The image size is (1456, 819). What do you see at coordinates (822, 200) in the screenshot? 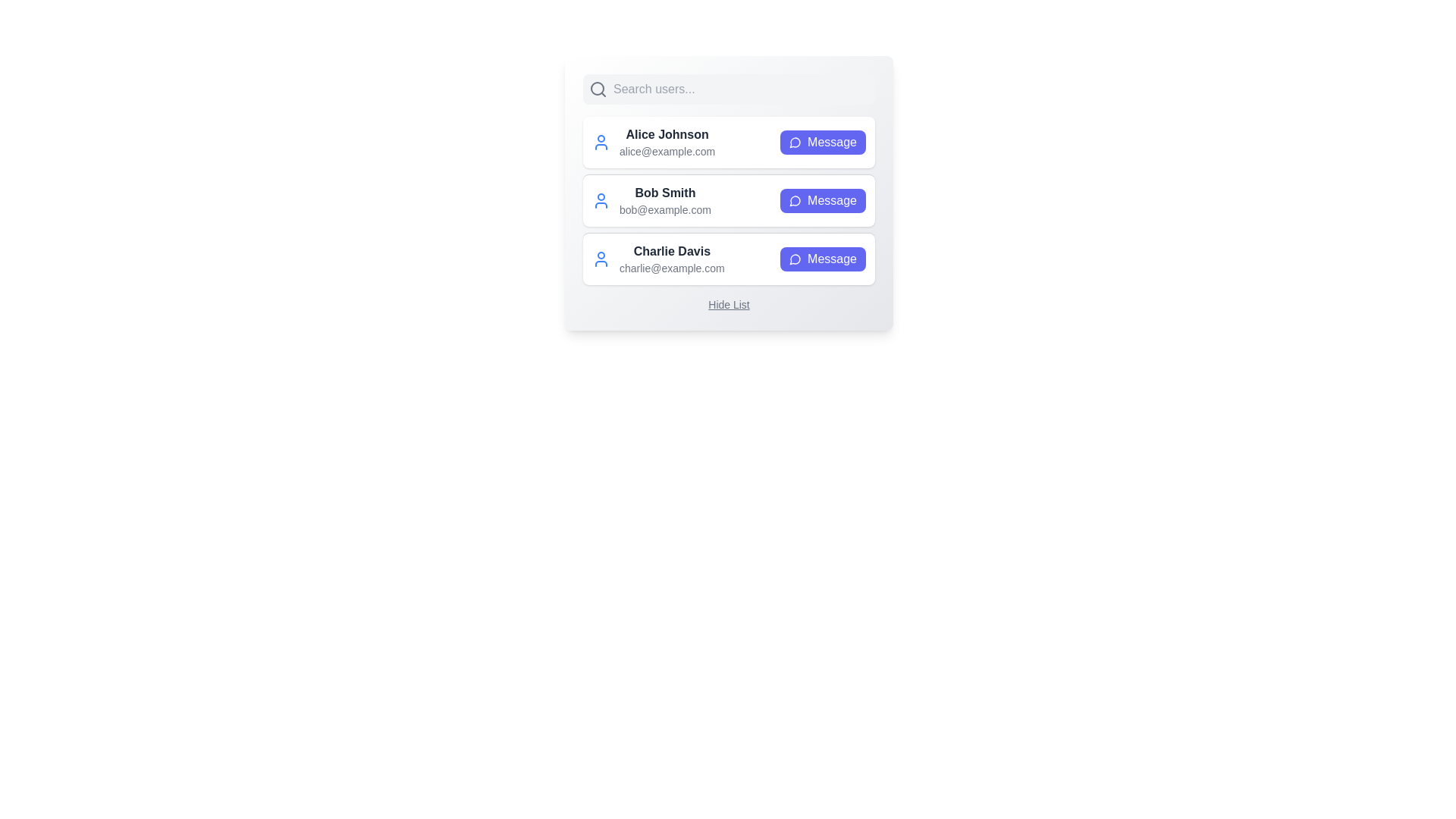
I see `the 'Message' button corresponding to Bob Smith` at bounding box center [822, 200].